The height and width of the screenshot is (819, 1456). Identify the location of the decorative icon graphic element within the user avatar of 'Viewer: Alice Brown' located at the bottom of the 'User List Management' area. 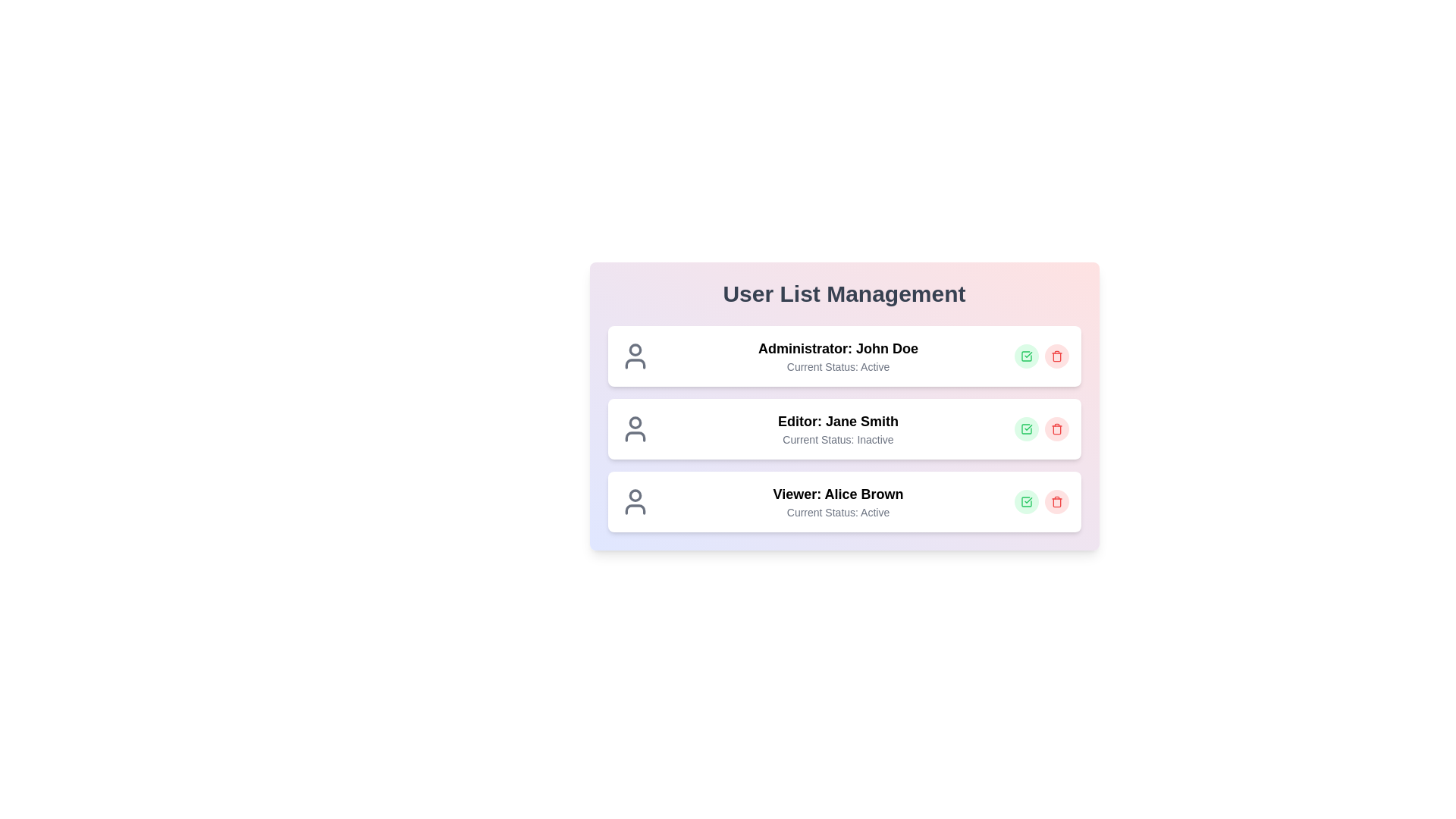
(635, 509).